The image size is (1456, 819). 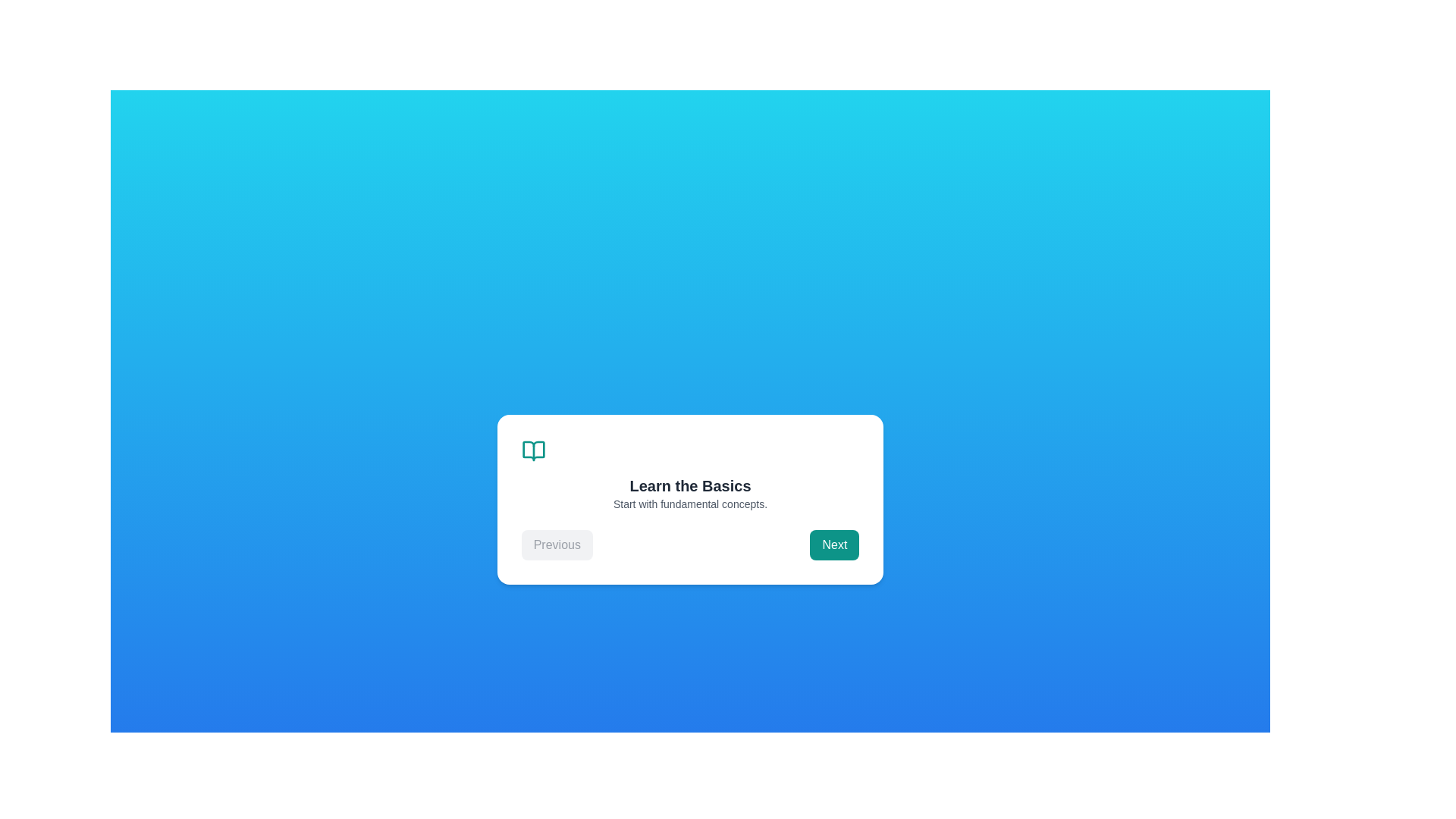 What do you see at coordinates (833, 544) in the screenshot?
I see `'Next' button to proceed to the next step` at bounding box center [833, 544].